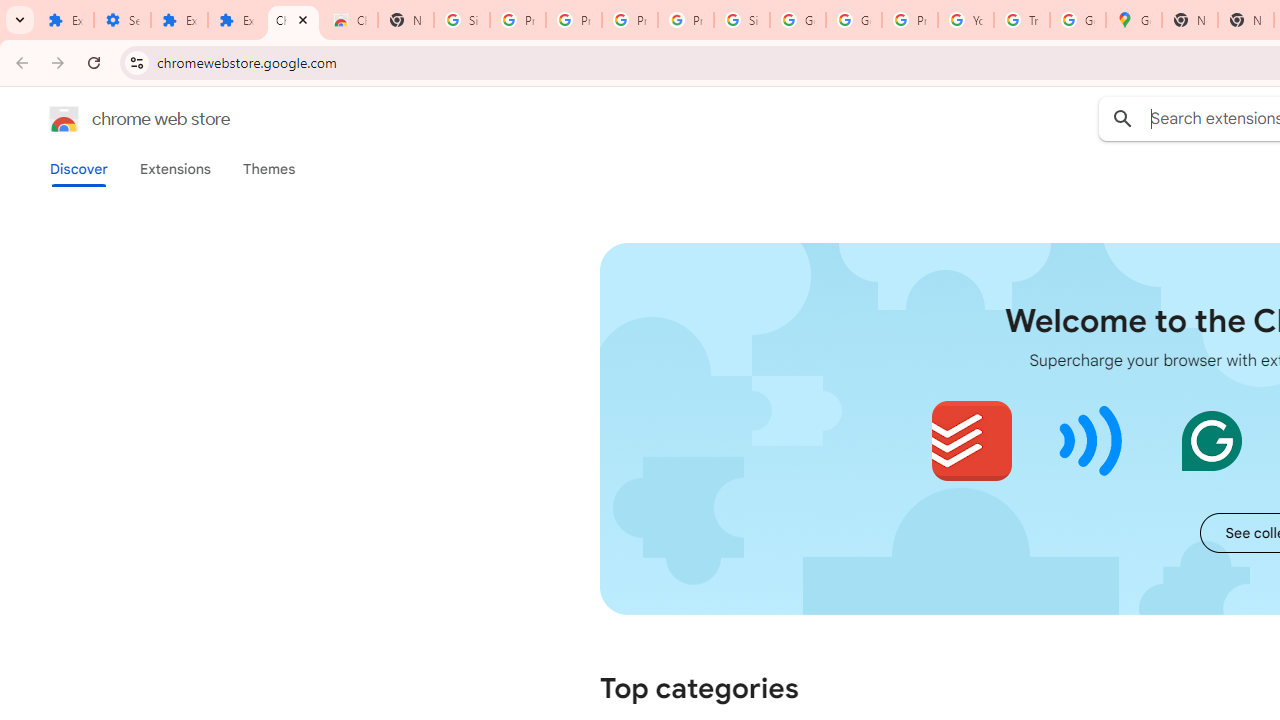  What do you see at coordinates (1090, 440) in the screenshot?
I see `'Volume Master'` at bounding box center [1090, 440].